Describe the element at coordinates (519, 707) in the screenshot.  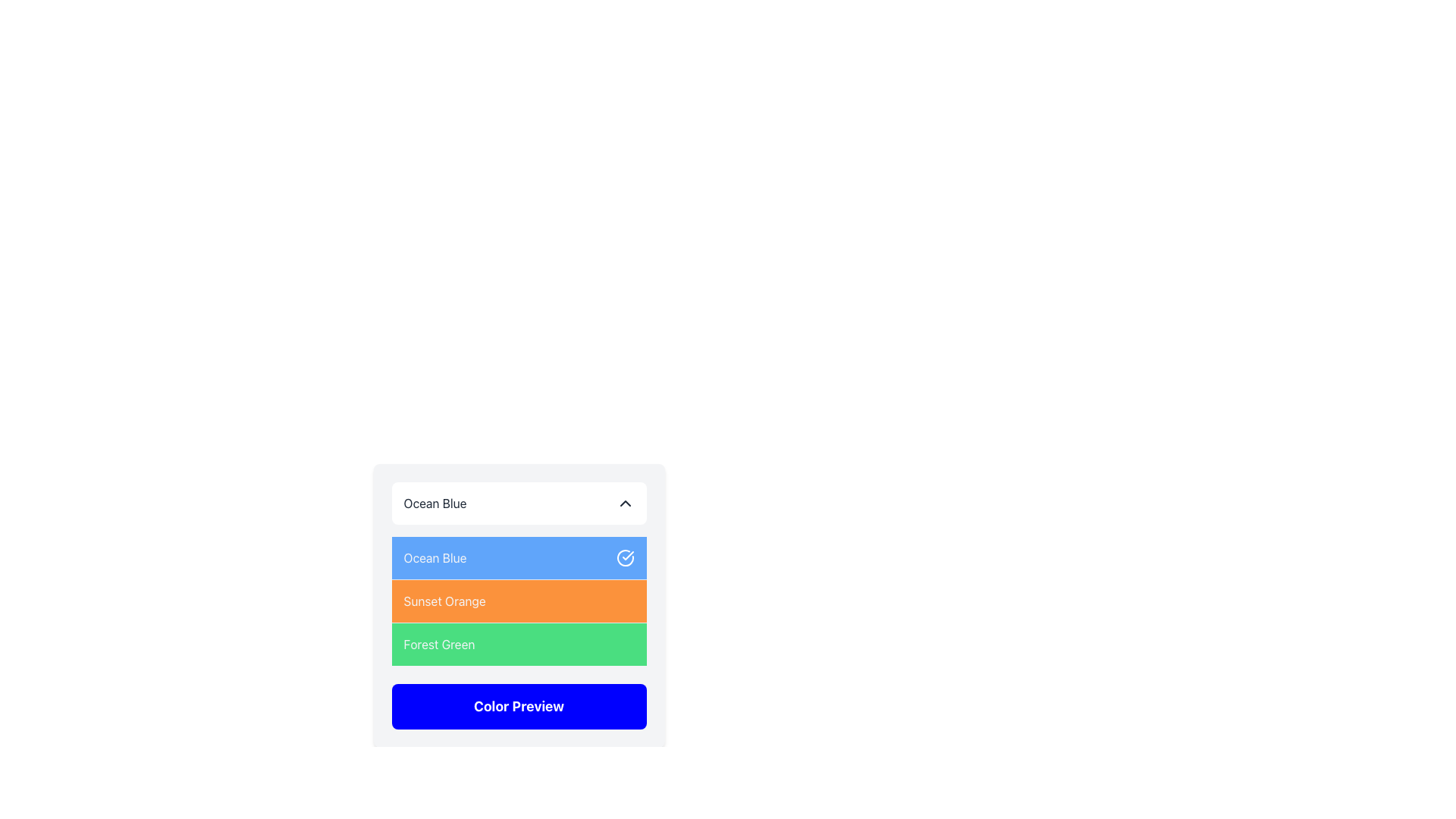
I see `the color preview label located at the bottom of the color options list, displaying the selected color's preview` at that location.